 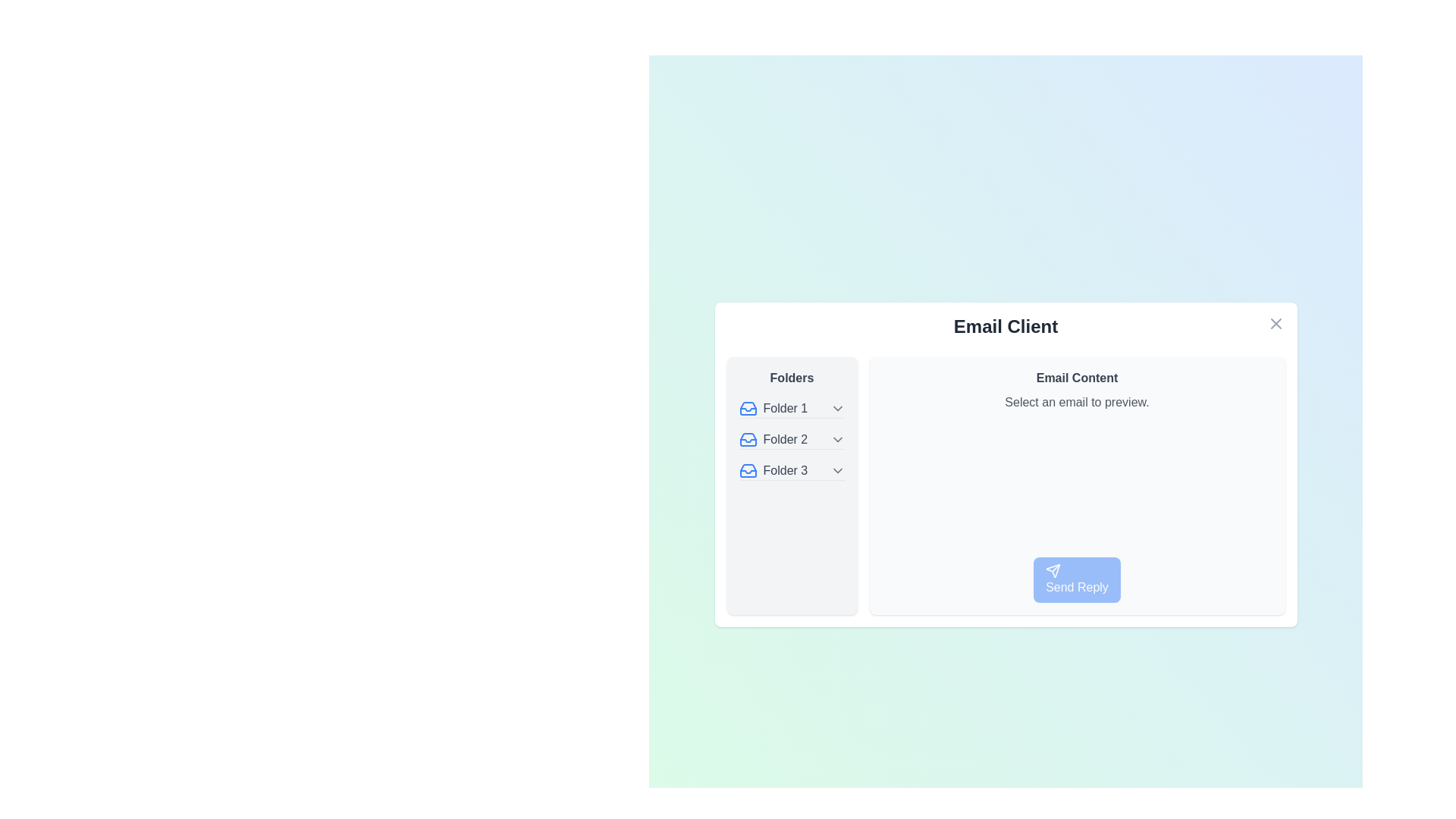 I want to click on the chevron icon, so click(x=836, y=439).